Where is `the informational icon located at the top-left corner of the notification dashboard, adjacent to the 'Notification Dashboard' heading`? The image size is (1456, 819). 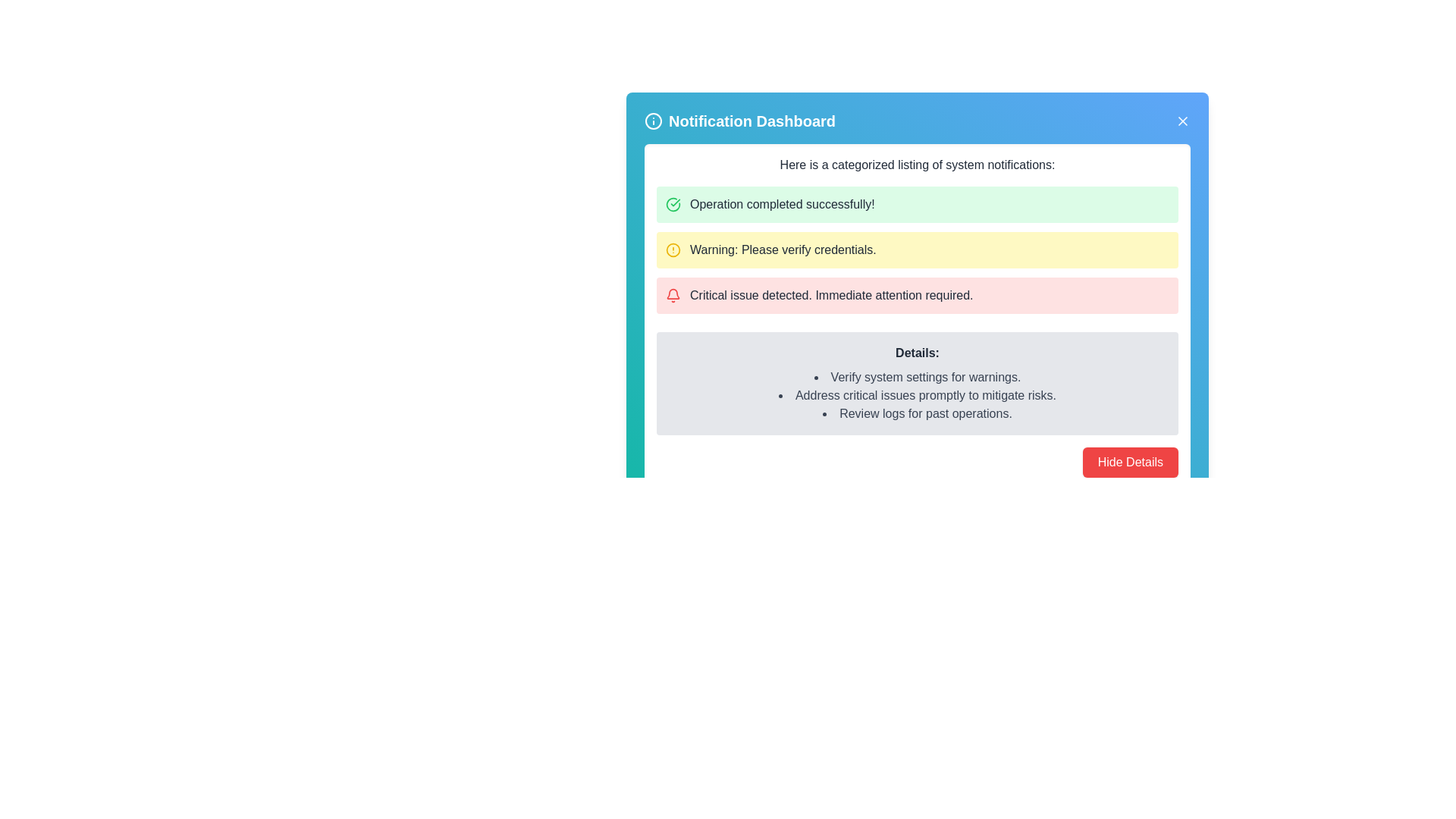 the informational icon located at the top-left corner of the notification dashboard, adjacent to the 'Notification Dashboard' heading is located at coordinates (654, 120).